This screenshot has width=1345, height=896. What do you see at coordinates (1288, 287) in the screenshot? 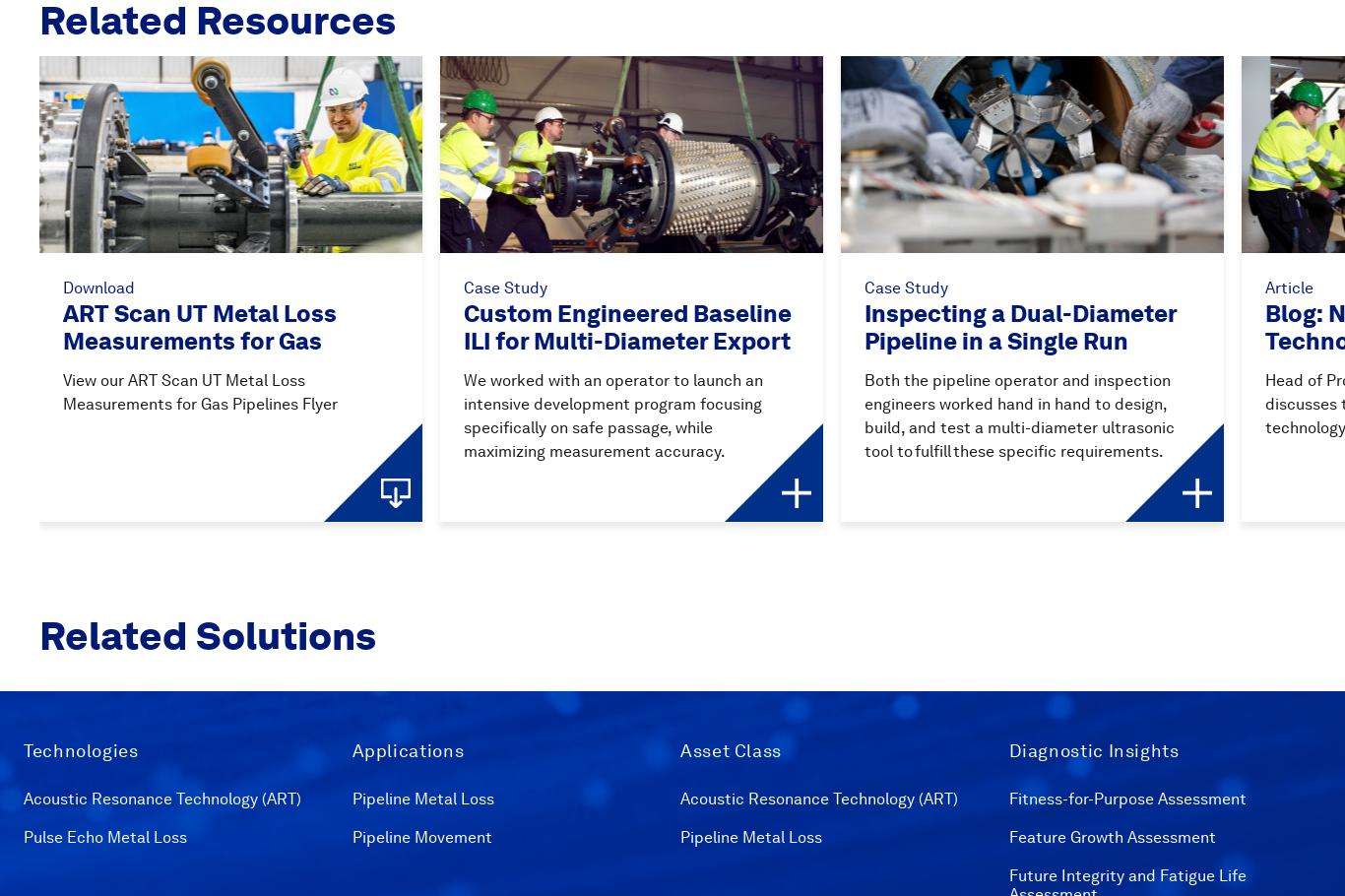
I see `'Article'` at bounding box center [1288, 287].